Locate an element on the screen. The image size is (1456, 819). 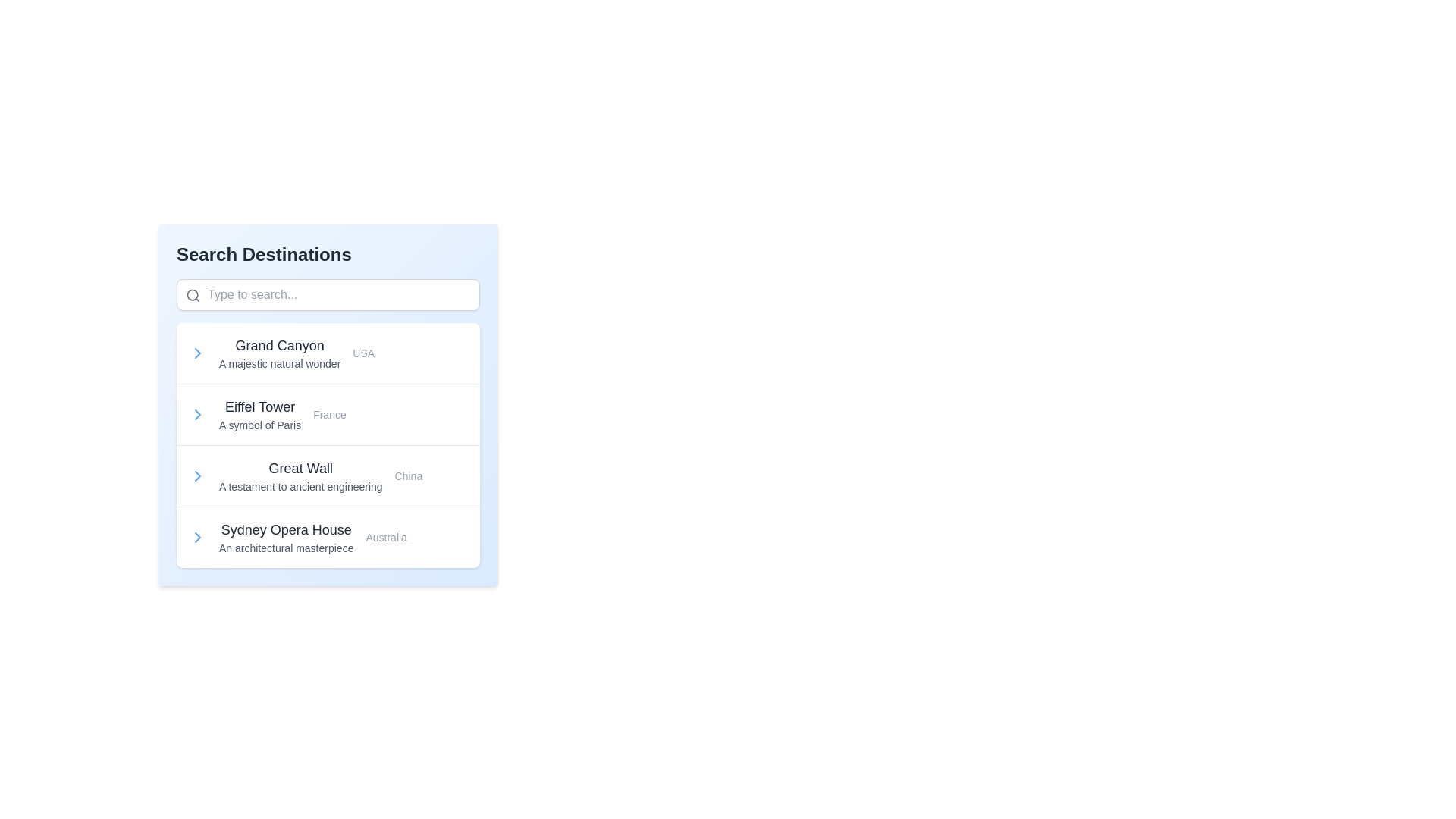
the prominent text label 'Eiffel Tower', which is styled in bold dark gray as part of a scrollable menu, positioned above the subtext 'A symbol of Paris' is located at coordinates (260, 406).